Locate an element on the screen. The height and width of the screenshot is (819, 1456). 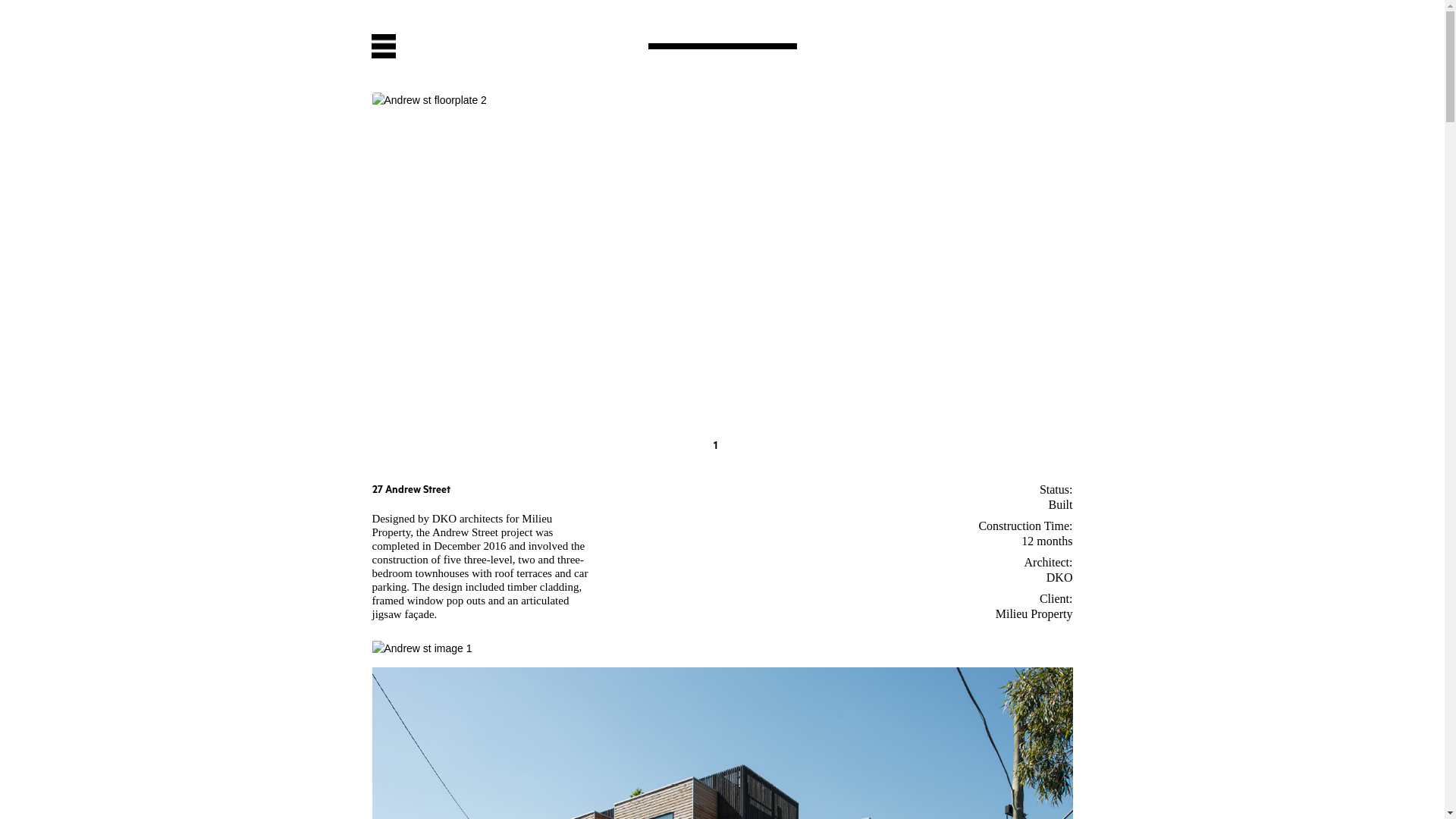
'1' is located at coordinates (710, 446).